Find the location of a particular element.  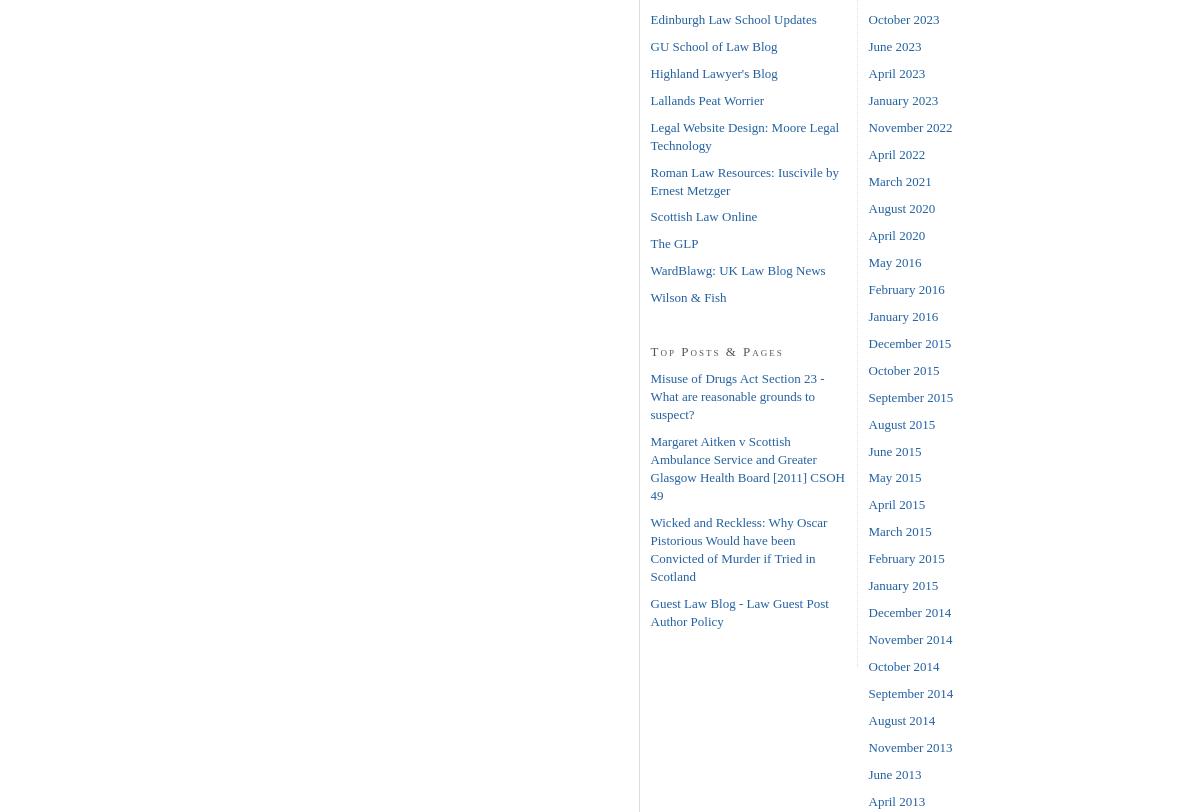

'March 2021' is located at coordinates (866, 180).